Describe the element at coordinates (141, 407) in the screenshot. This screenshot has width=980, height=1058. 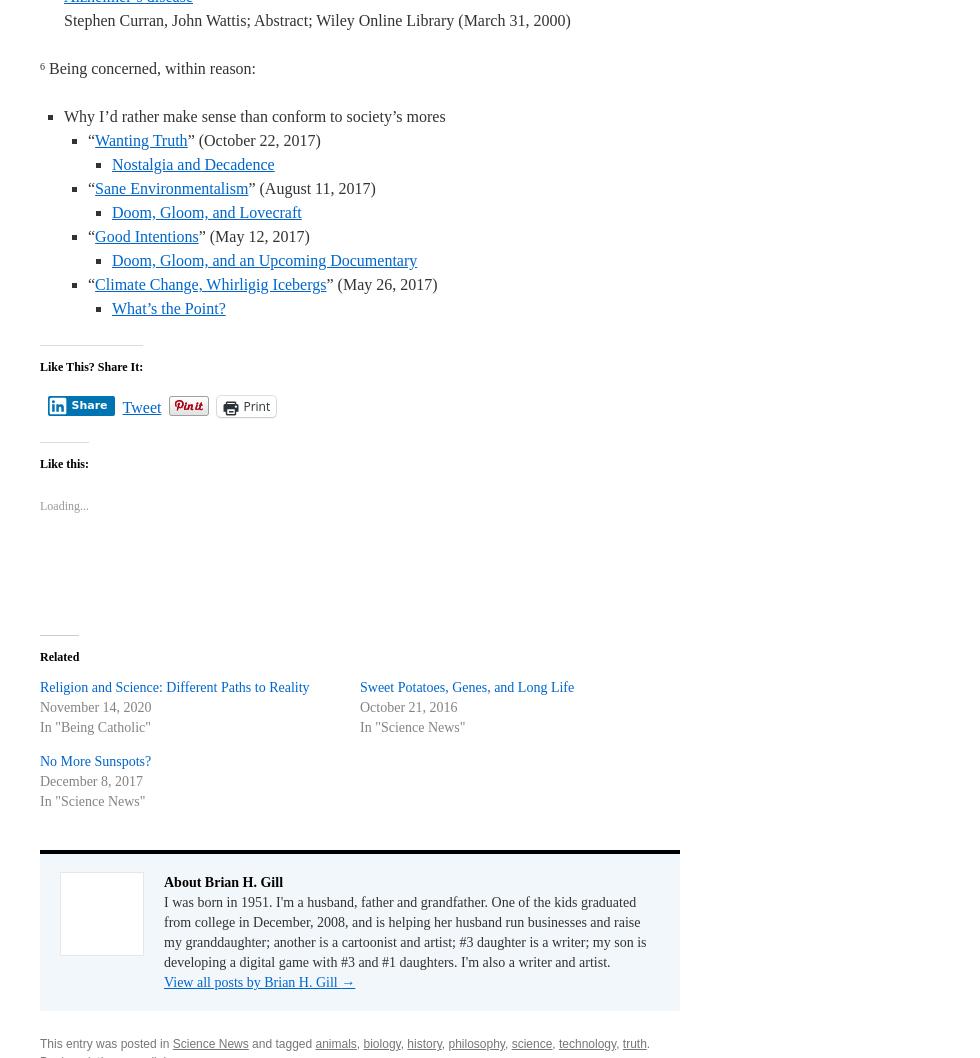
I see `'Tweet'` at that location.